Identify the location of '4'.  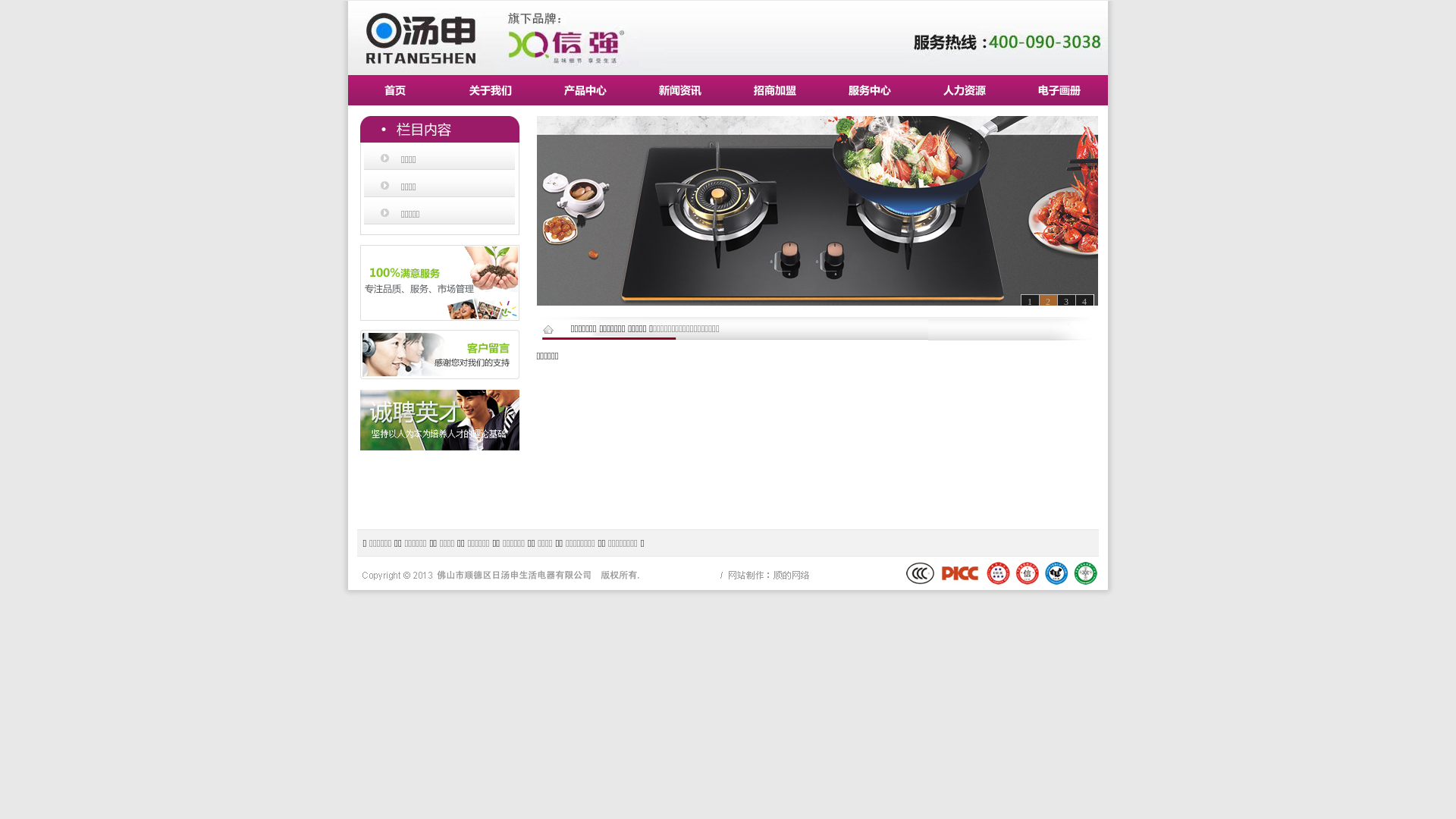
(1084, 301).